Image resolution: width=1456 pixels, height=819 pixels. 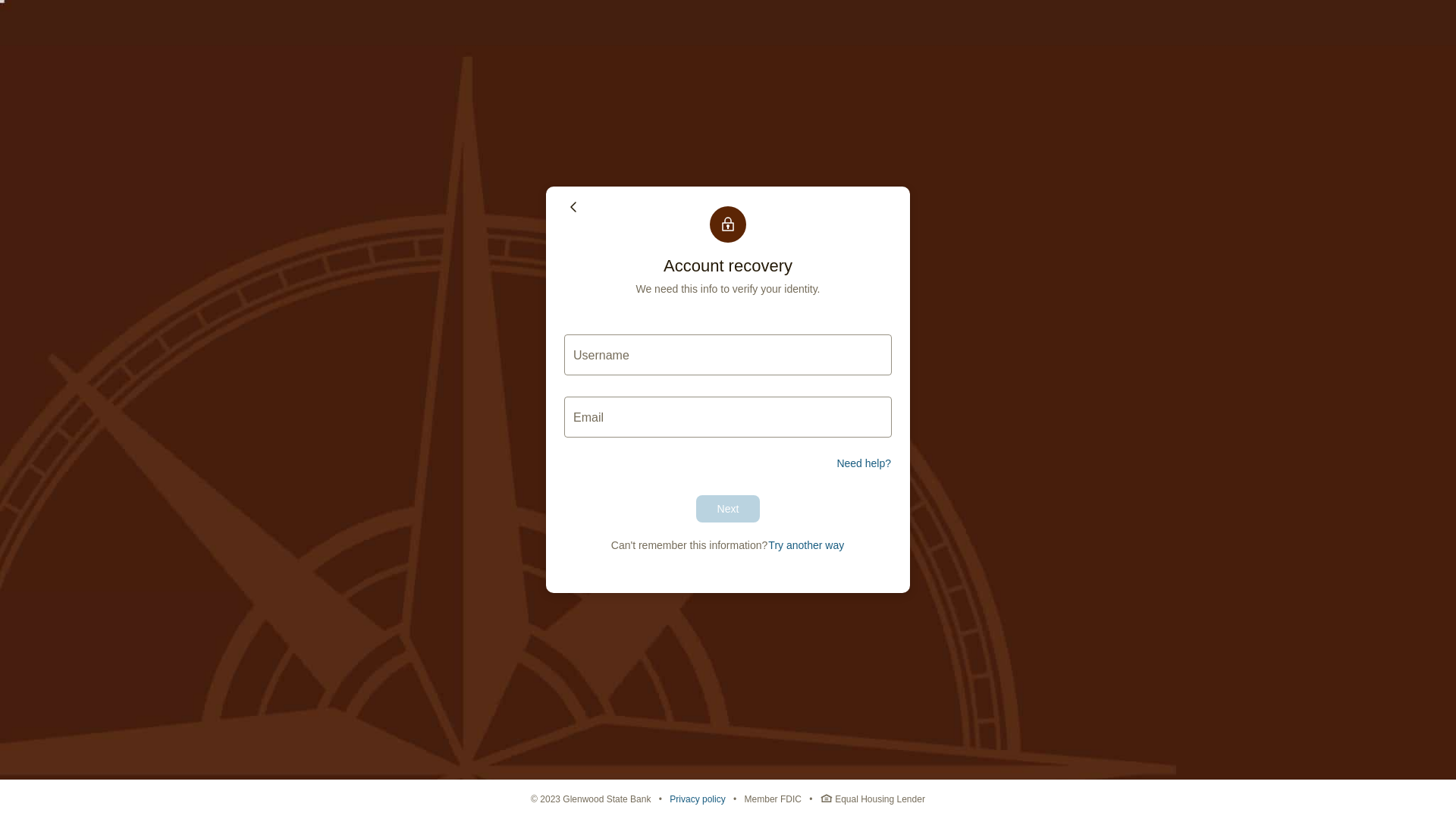 What do you see at coordinates (728, 417) in the screenshot?
I see `'Email'` at bounding box center [728, 417].